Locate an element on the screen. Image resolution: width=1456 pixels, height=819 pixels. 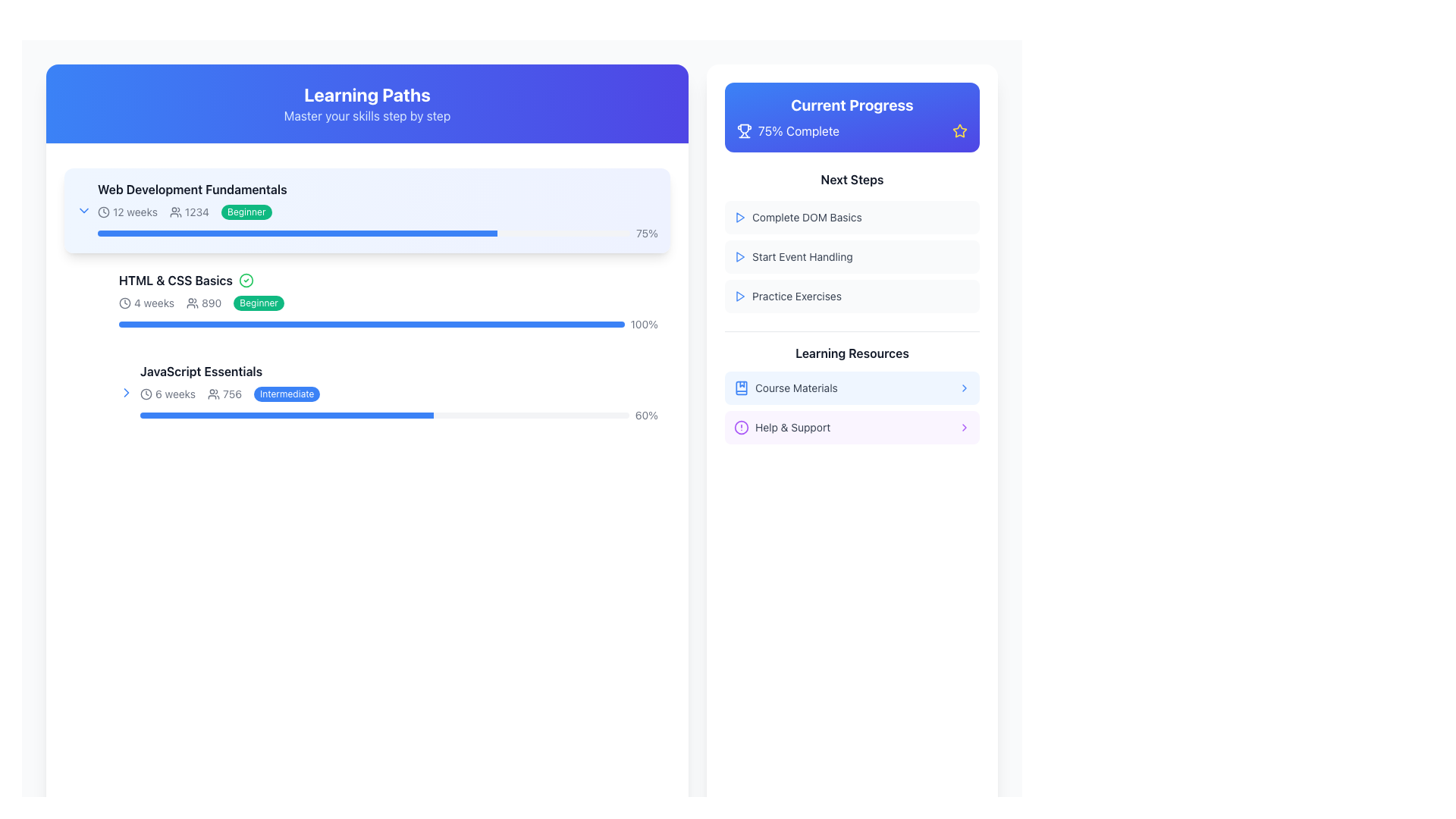
the Progress Indicator displaying '75% Complete' with trophy and star icons, which is located within the 'Current Progress' section is located at coordinates (852, 130).